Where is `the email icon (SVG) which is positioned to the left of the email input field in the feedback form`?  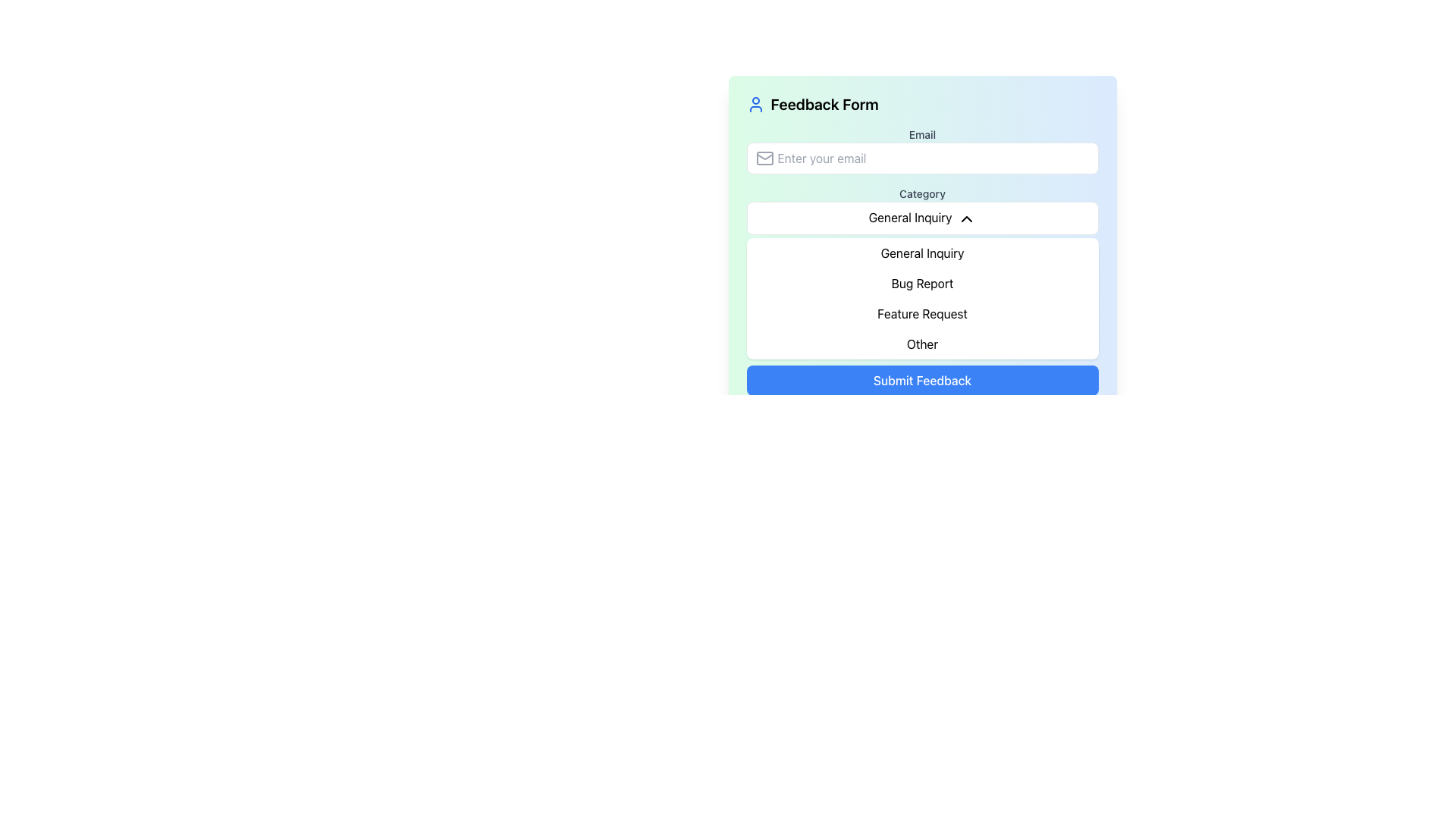
the email icon (SVG) which is positioned to the left of the email input field in the feedback form is located at coordinates (764, 158).